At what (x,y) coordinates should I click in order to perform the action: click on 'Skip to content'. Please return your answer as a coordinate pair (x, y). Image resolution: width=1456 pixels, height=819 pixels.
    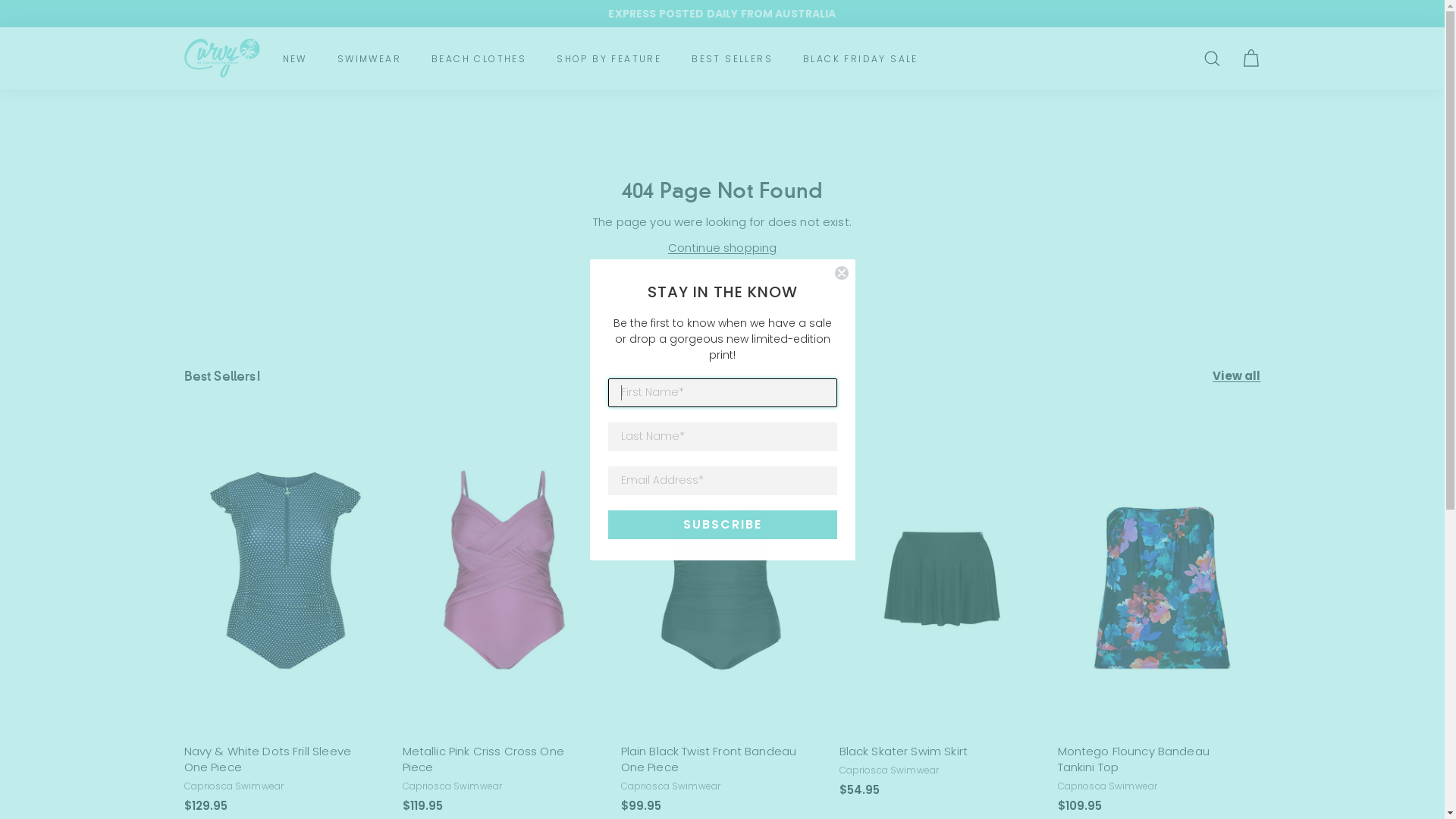
    Looking at the image, I should click on (0, 0).